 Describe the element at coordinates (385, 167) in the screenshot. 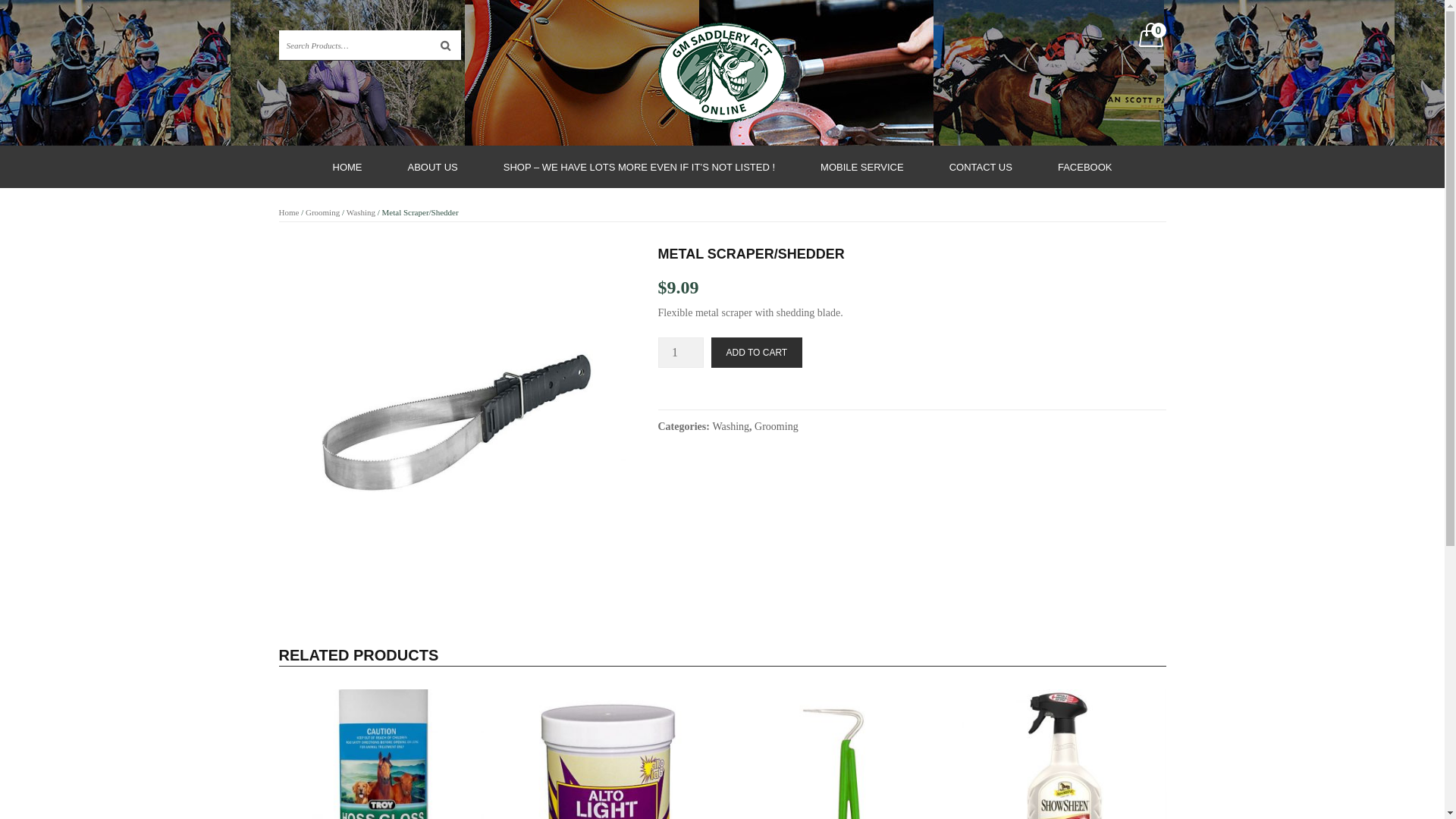

I see `'ABOUT US'` at that location.